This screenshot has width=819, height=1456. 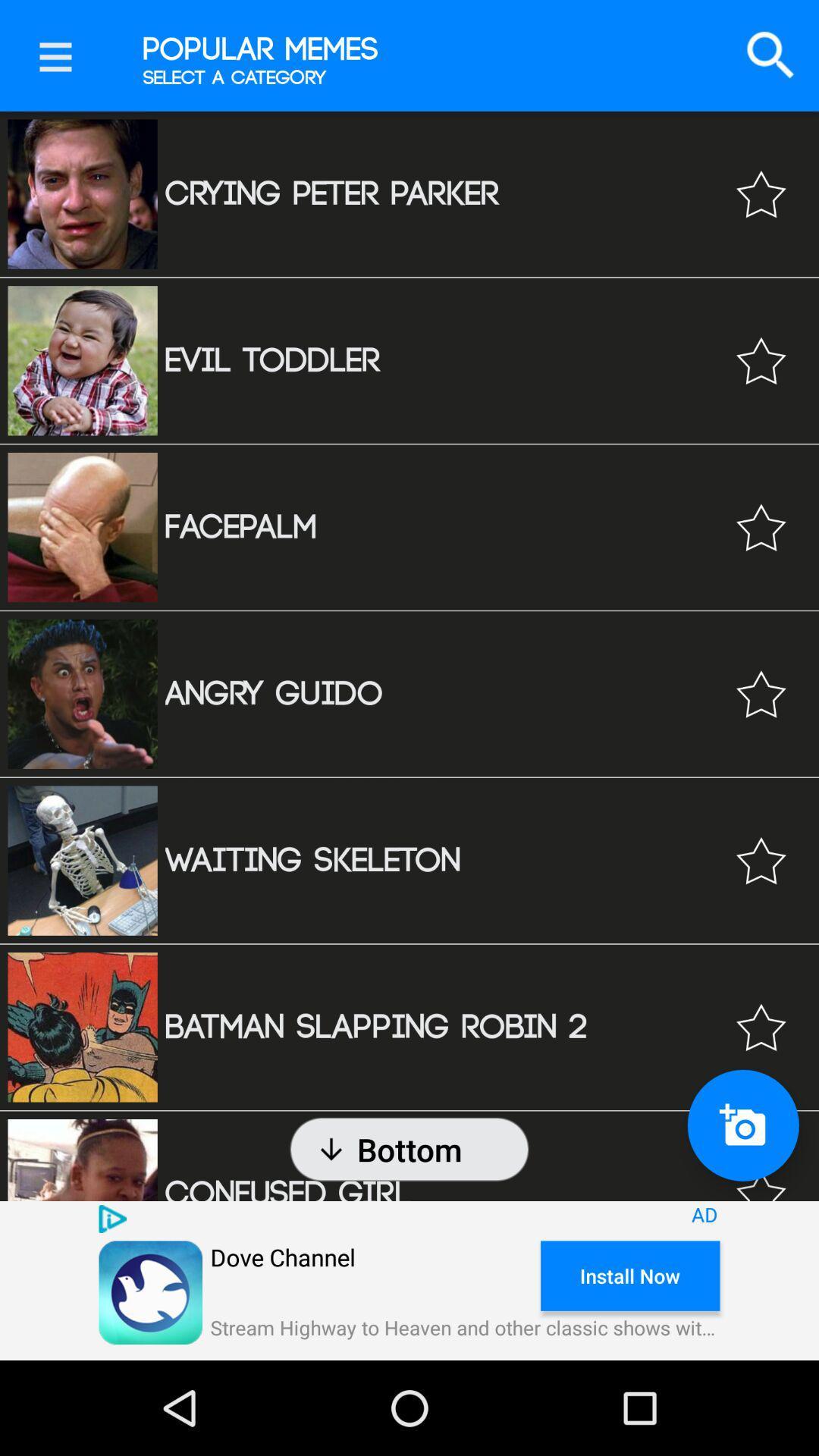 I want to click on click for favorite, so click(x=761, y=1027).